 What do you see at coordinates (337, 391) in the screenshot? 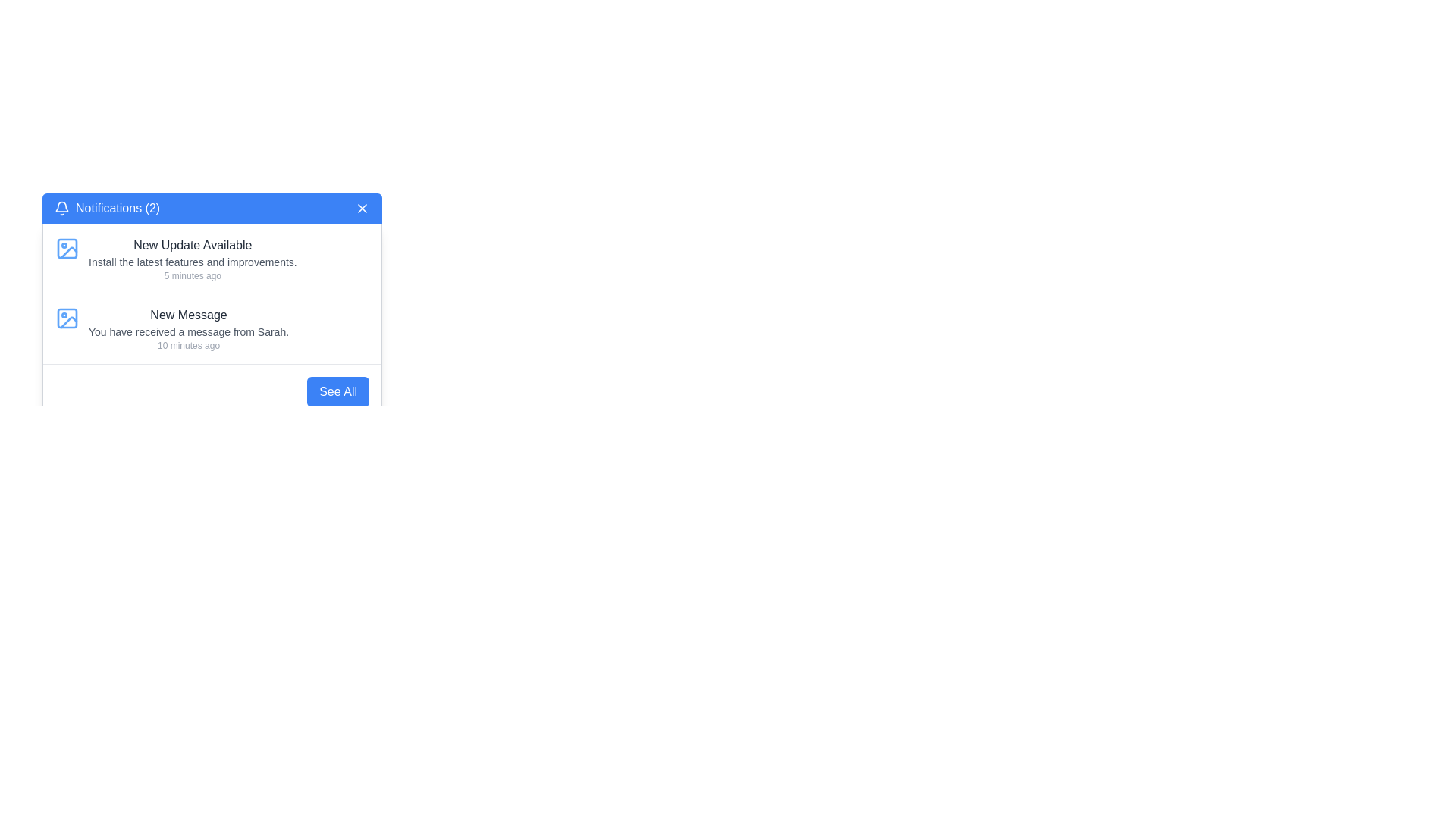
I see `the blue button with white text 'See All' located at the bottom-right corner of the 'Notifications (2)' card` at bounding box center [337, 391].